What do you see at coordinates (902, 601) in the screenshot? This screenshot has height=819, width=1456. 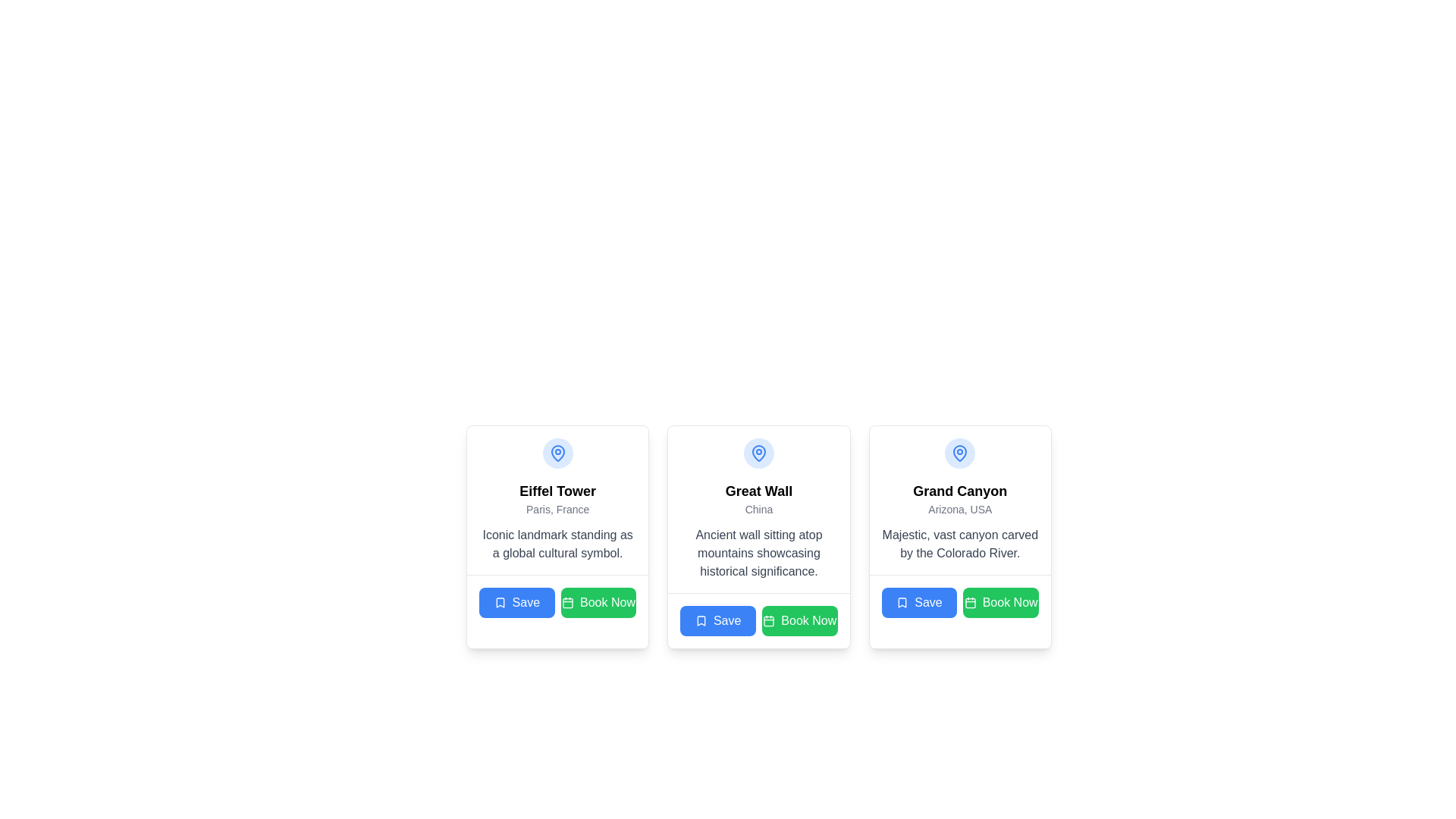 I see `the small bookmark icon located on the left end of the 'Save' button within the 'Grand Canyon' card` at bounding box center [902, 601].